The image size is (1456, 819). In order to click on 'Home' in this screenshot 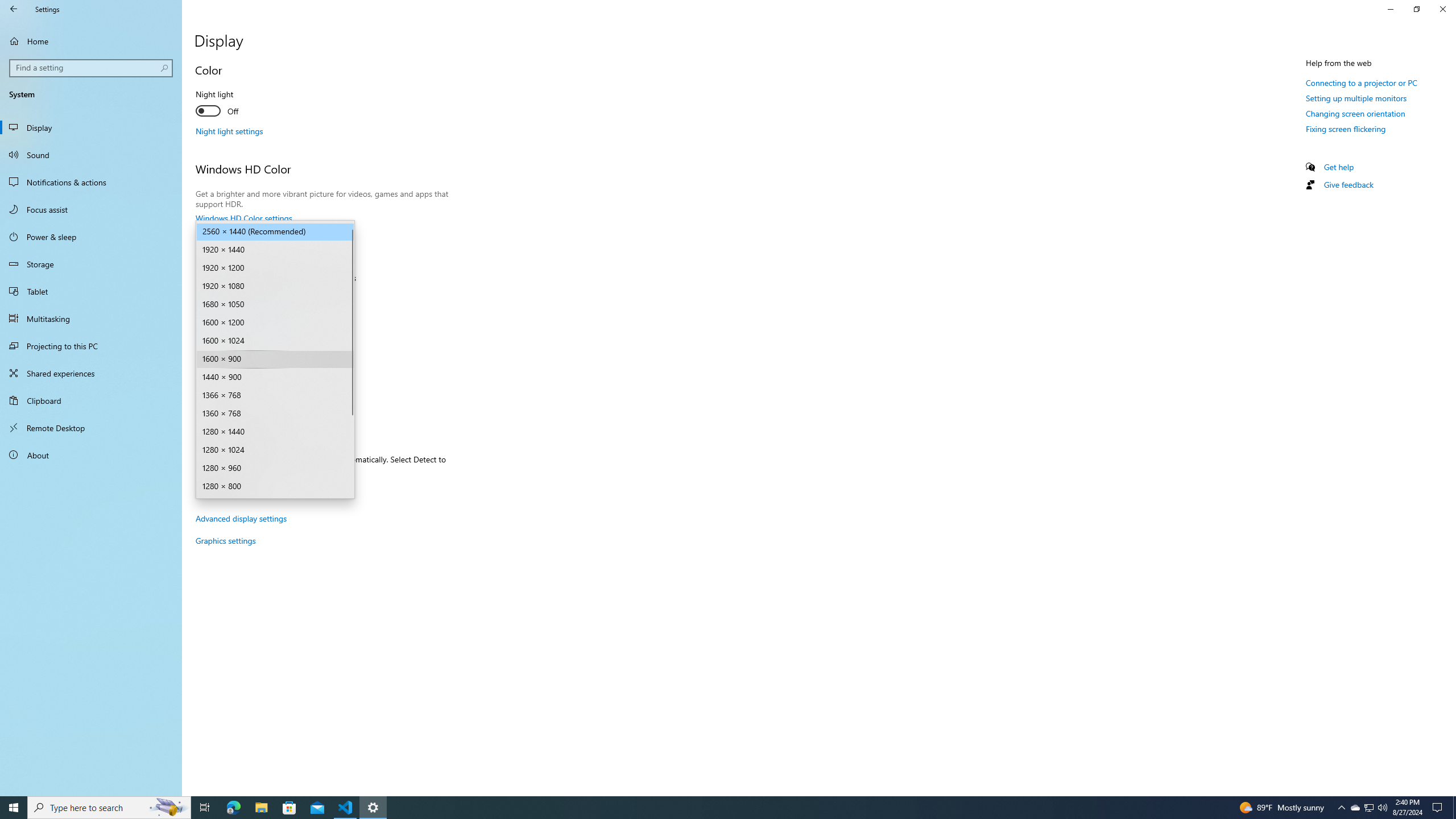, I will do `click(90, 41)`.